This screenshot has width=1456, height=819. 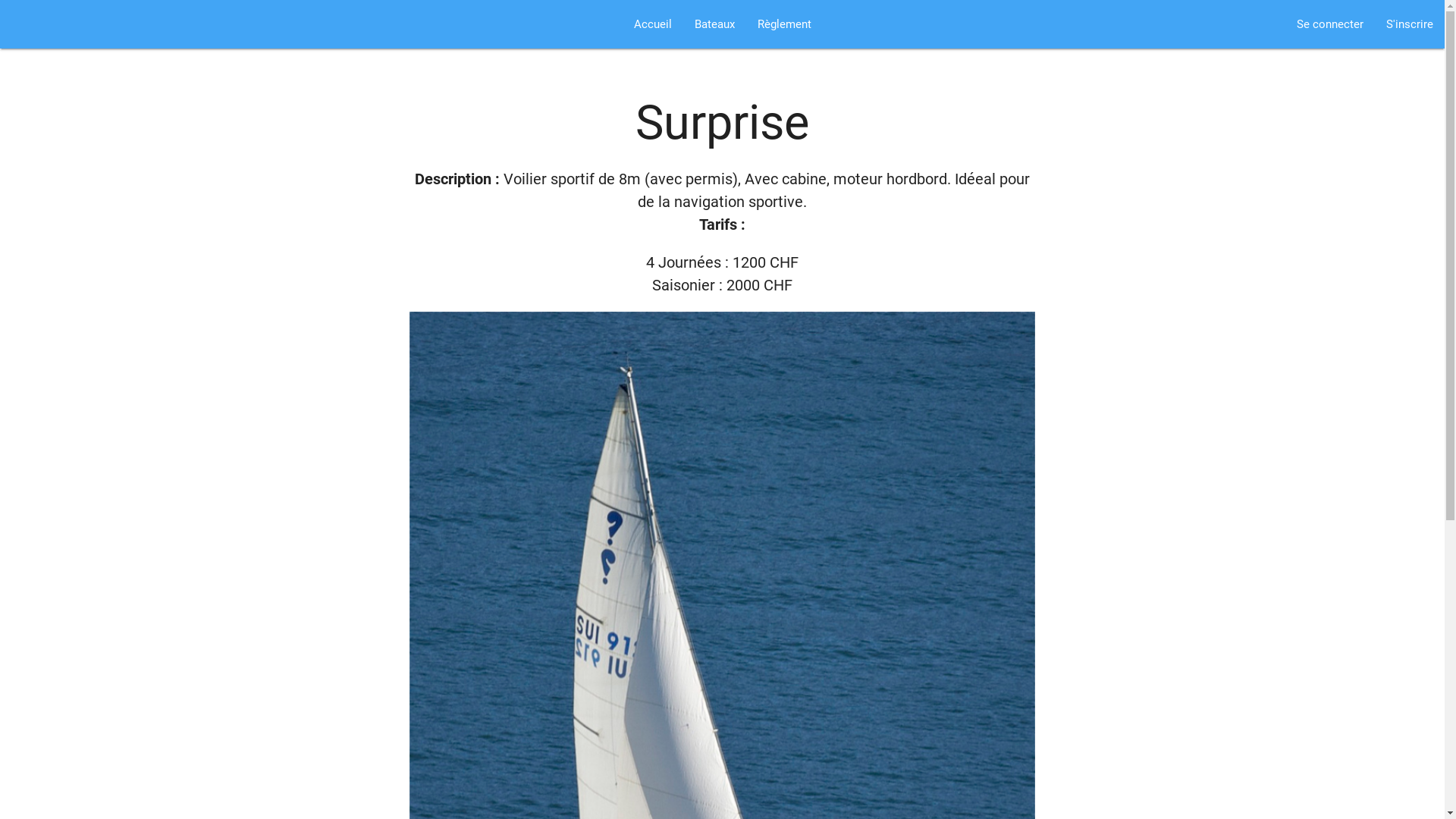 What do you see at coordinates (1408, 24) in the screenshot?
I see `'S'inscrire'` at bounding box center [1408, 24].